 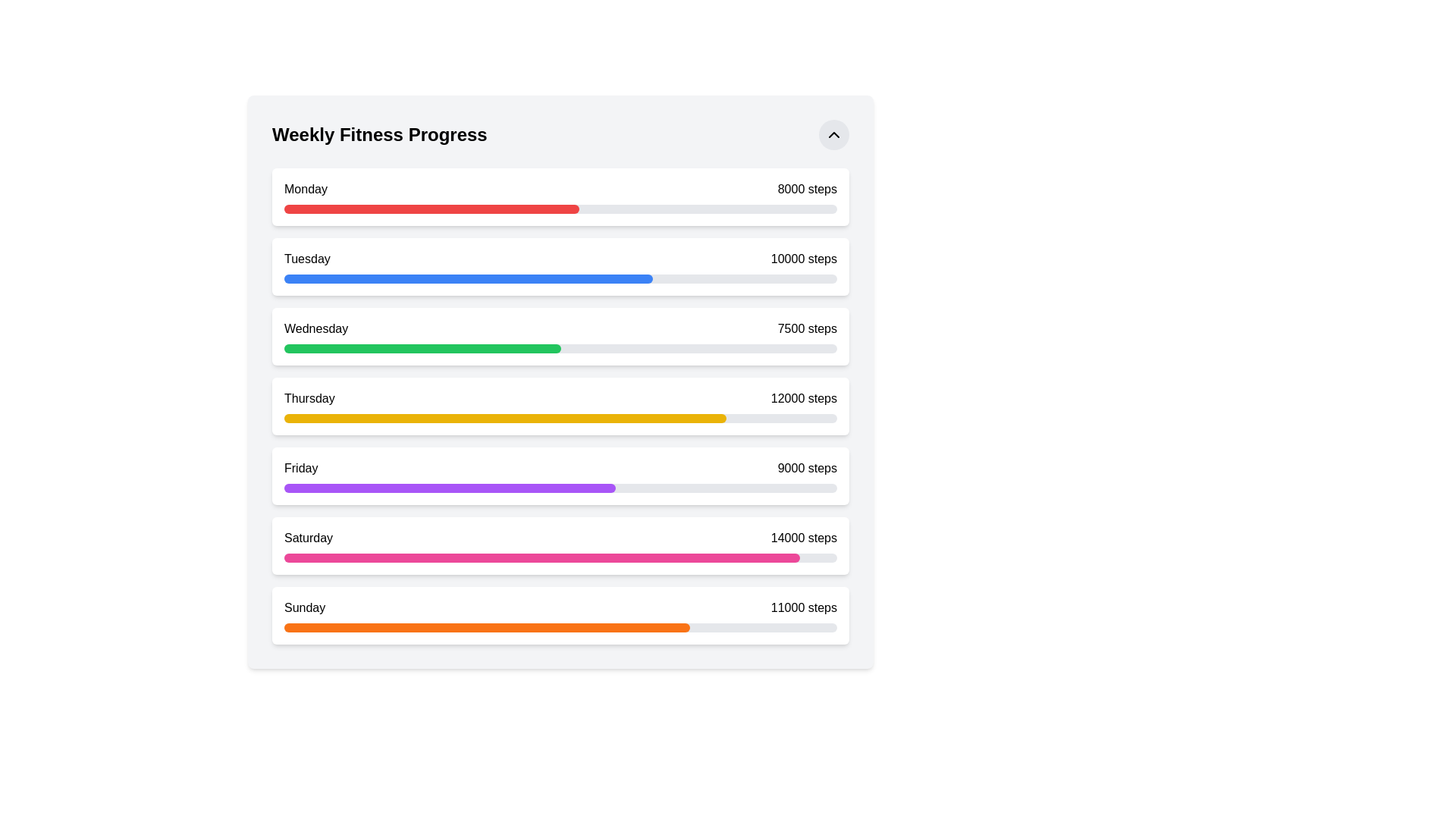 I want to click on the progress bar labeled 'Monday' that visually represents the step count for the day, located near the top of the interface, so click(x=560, y=209).